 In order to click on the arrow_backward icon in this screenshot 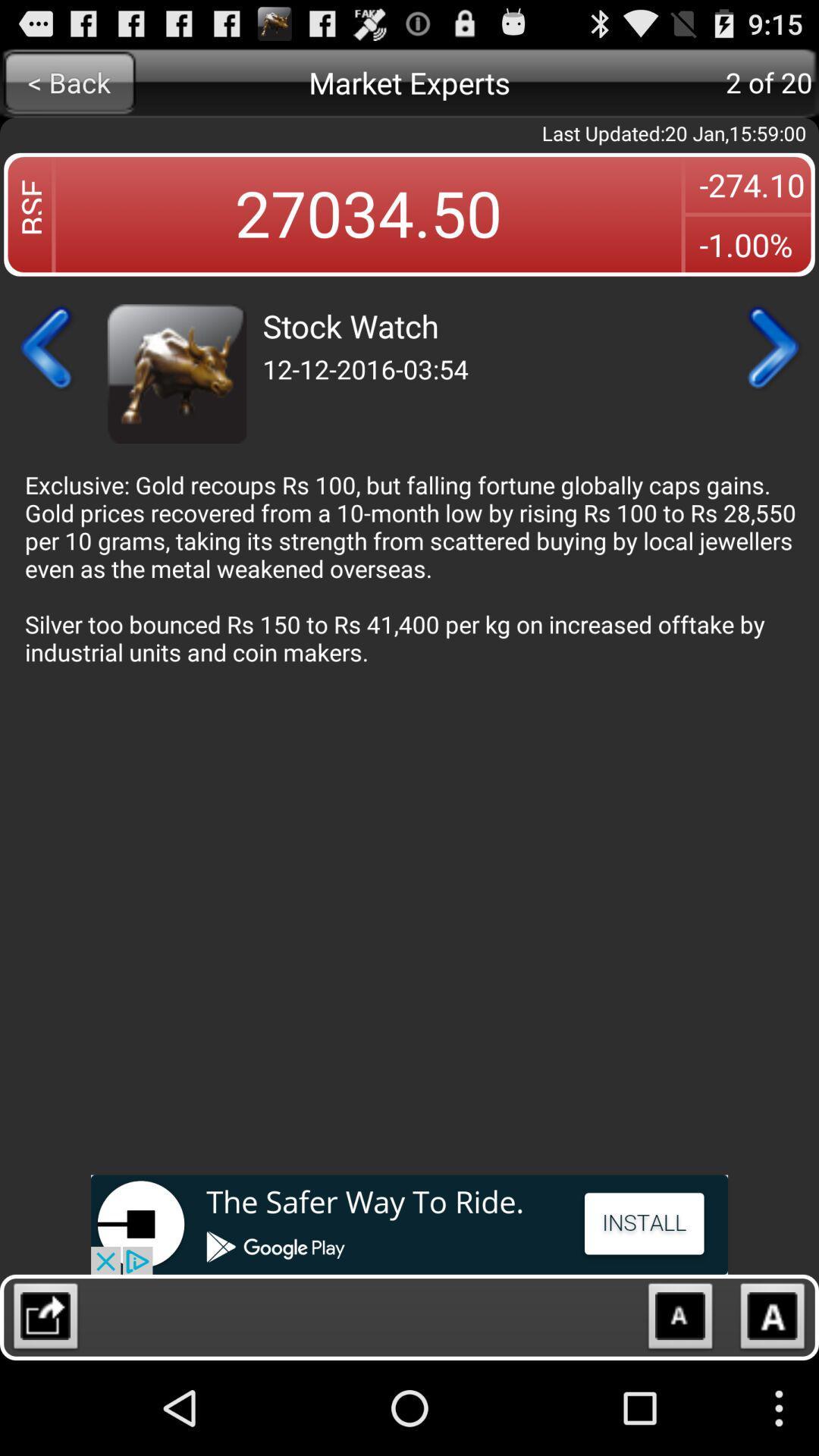, I will do `click(46, 372)`.